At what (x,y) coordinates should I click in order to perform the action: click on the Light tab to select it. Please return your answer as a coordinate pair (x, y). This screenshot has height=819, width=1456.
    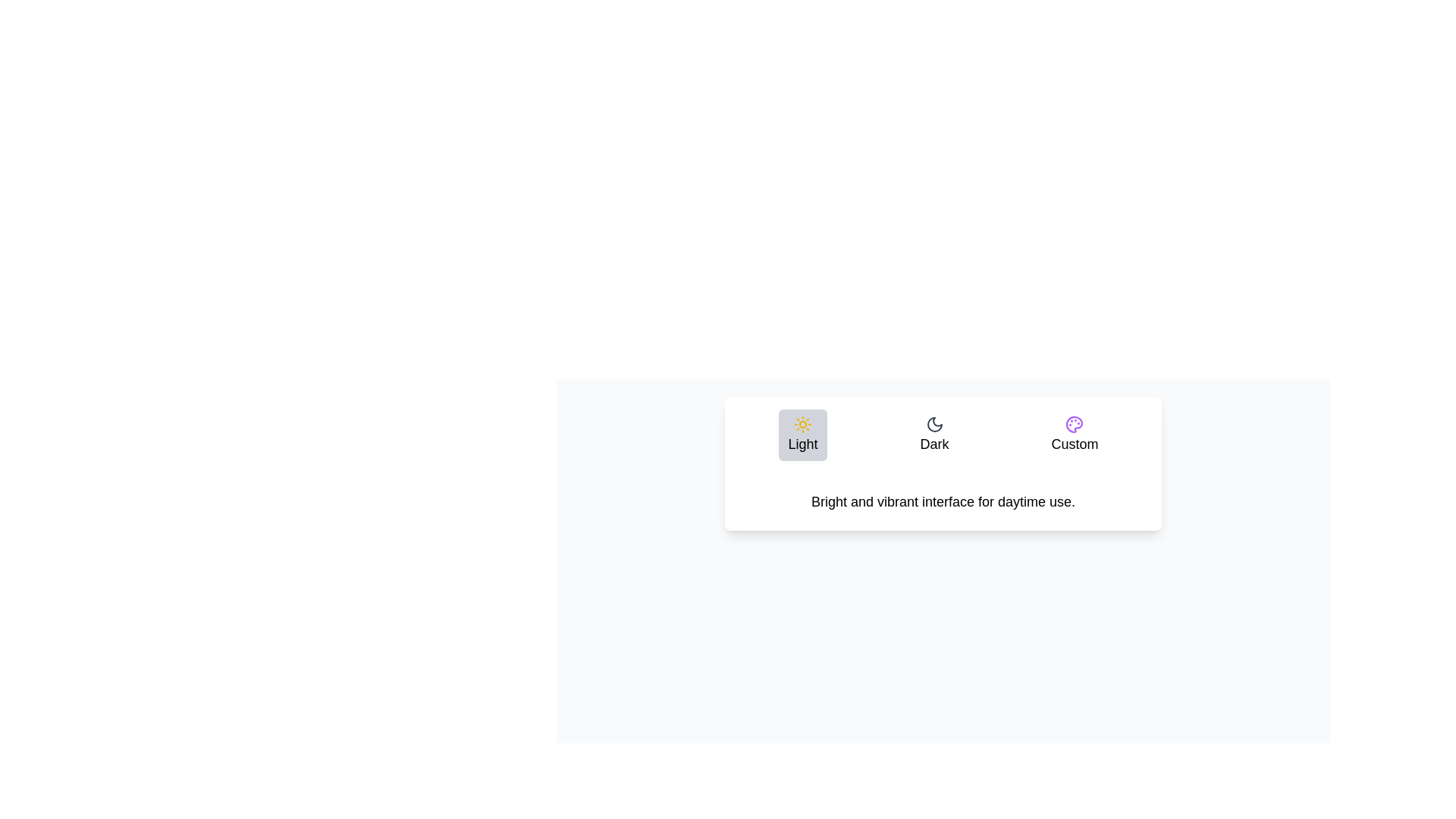
    Looking at the image, I should click on (802, 435).